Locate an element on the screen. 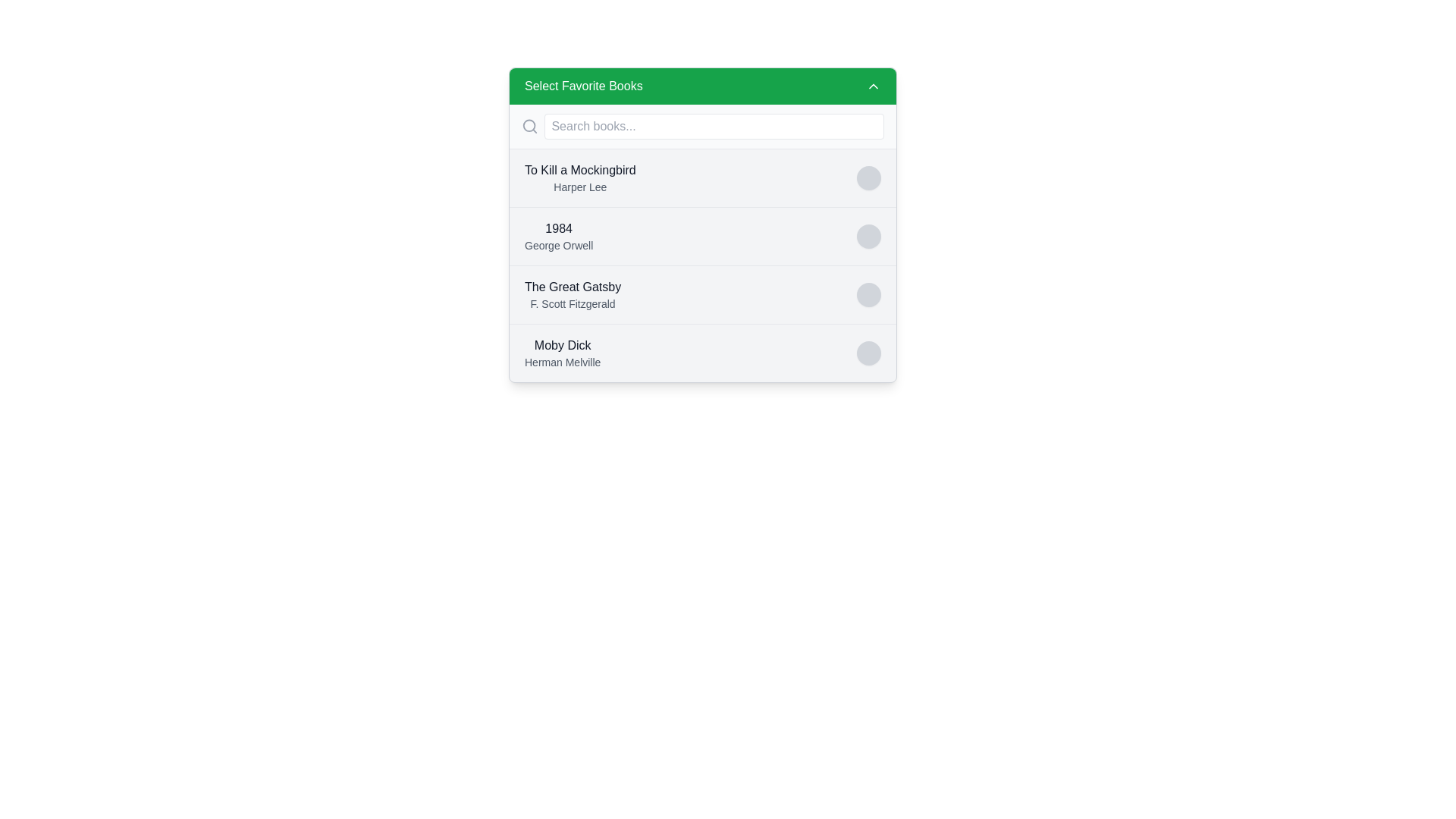 Image resolution: width=1456 pixels, height=819 pixels. the chevron icon at the top right corner of the 'Select Favorite Books' title bar is located at coordinates (874, 86).